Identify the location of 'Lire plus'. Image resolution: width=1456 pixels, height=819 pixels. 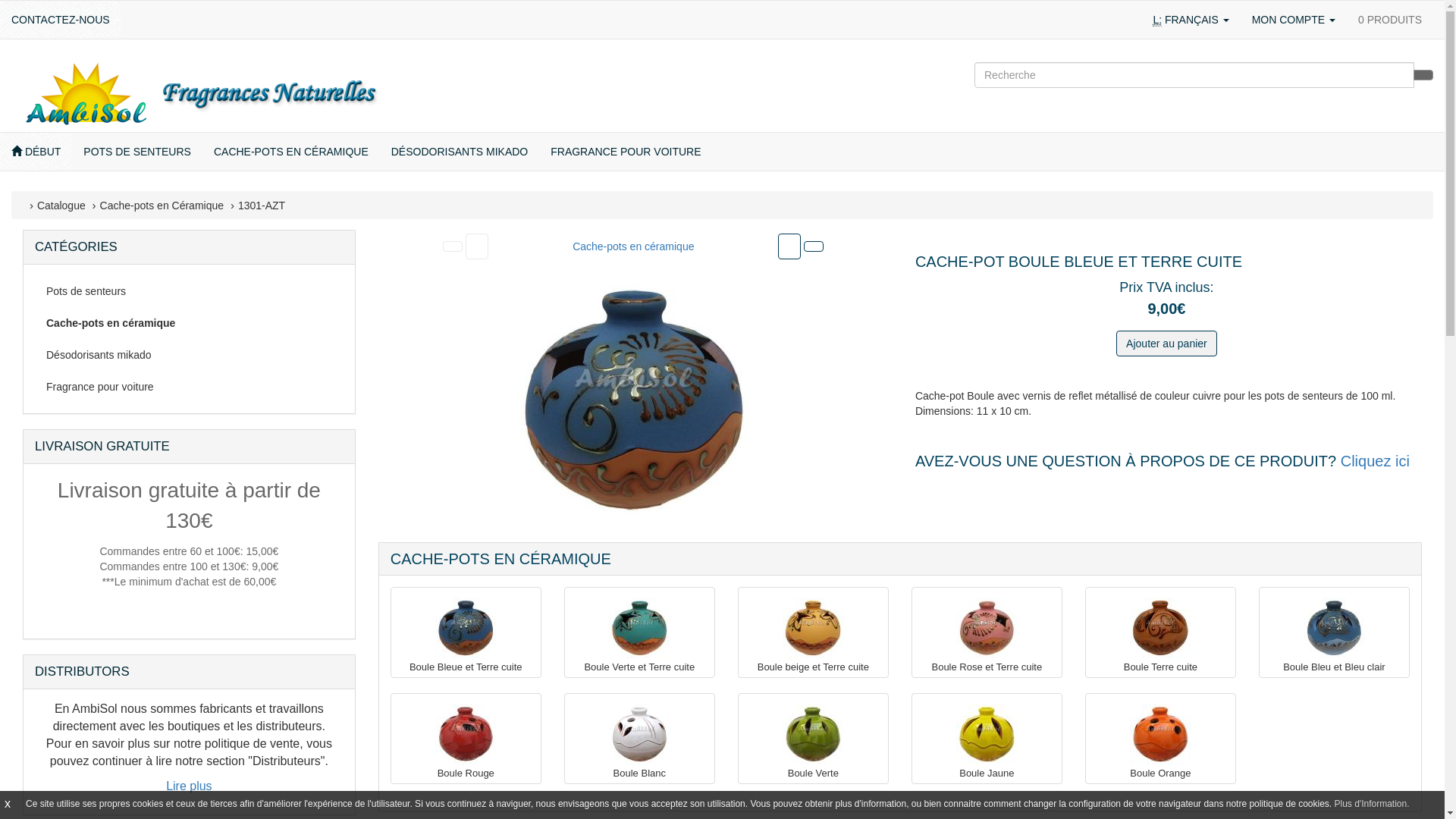
(188, 785).